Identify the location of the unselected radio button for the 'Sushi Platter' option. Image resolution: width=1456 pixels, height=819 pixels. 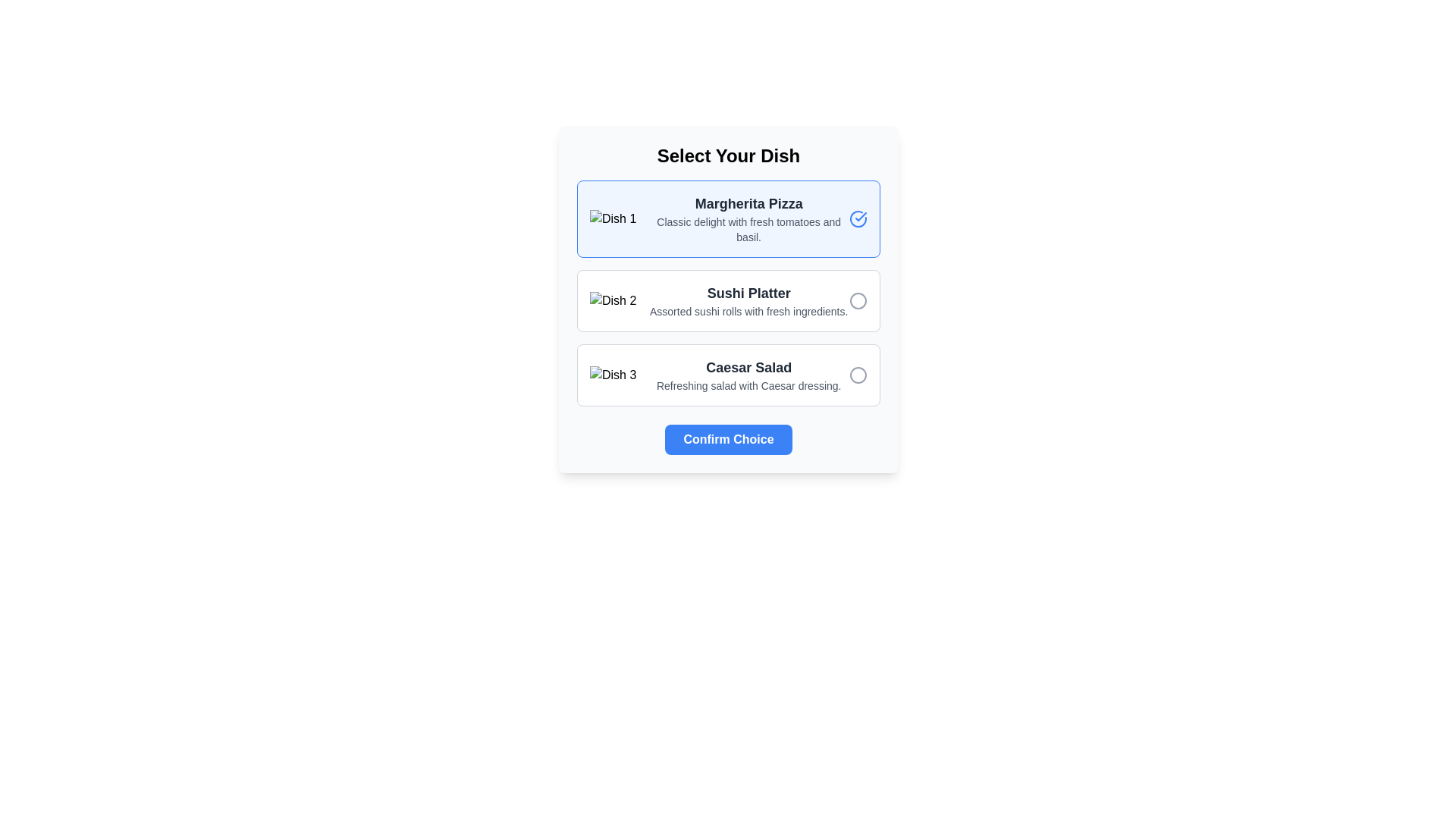
(858, 301).